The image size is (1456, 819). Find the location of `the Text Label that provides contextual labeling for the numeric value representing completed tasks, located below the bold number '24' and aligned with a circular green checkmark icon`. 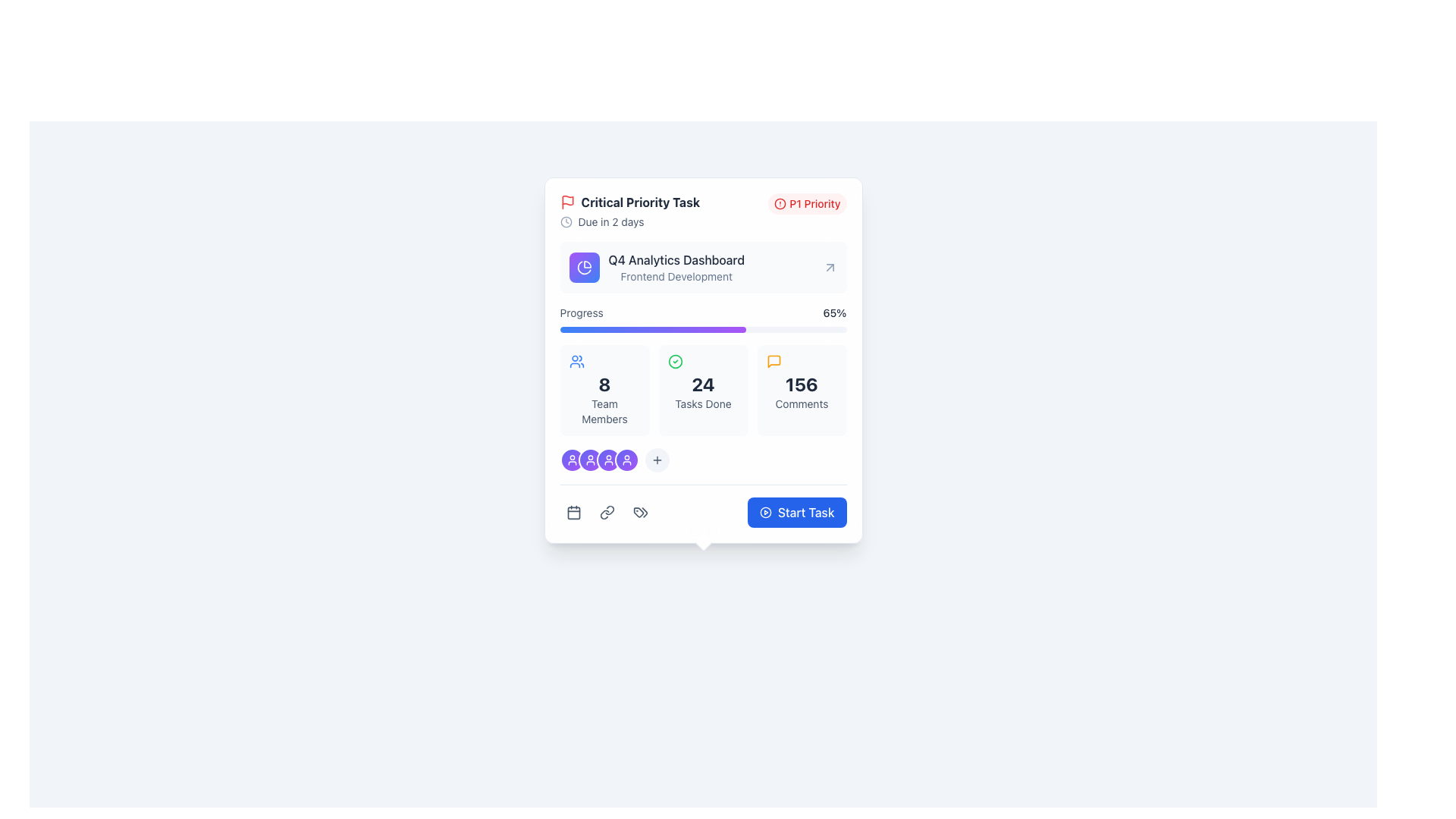

the Text Label that provides contextual labeling for the numeric value representing completed tasks, located below the bold number '24' and aligned with a circular green checkmark icon is located at coordinates (702, 403).